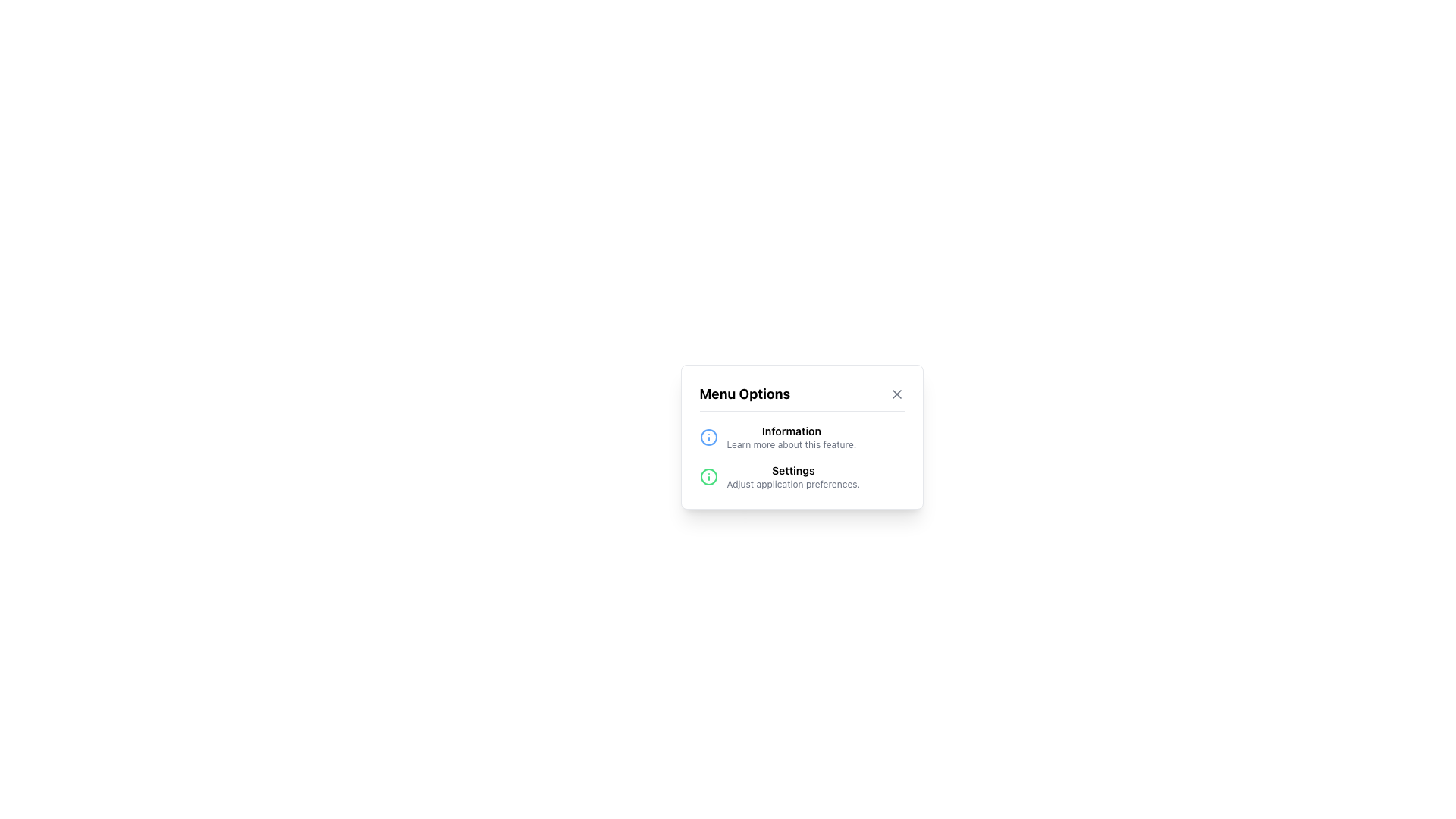 This screenshot has height=819, width=1456. I want to click on the close button in the header of the 'Menu Options' modal to change its color to red, so click(896, 393).